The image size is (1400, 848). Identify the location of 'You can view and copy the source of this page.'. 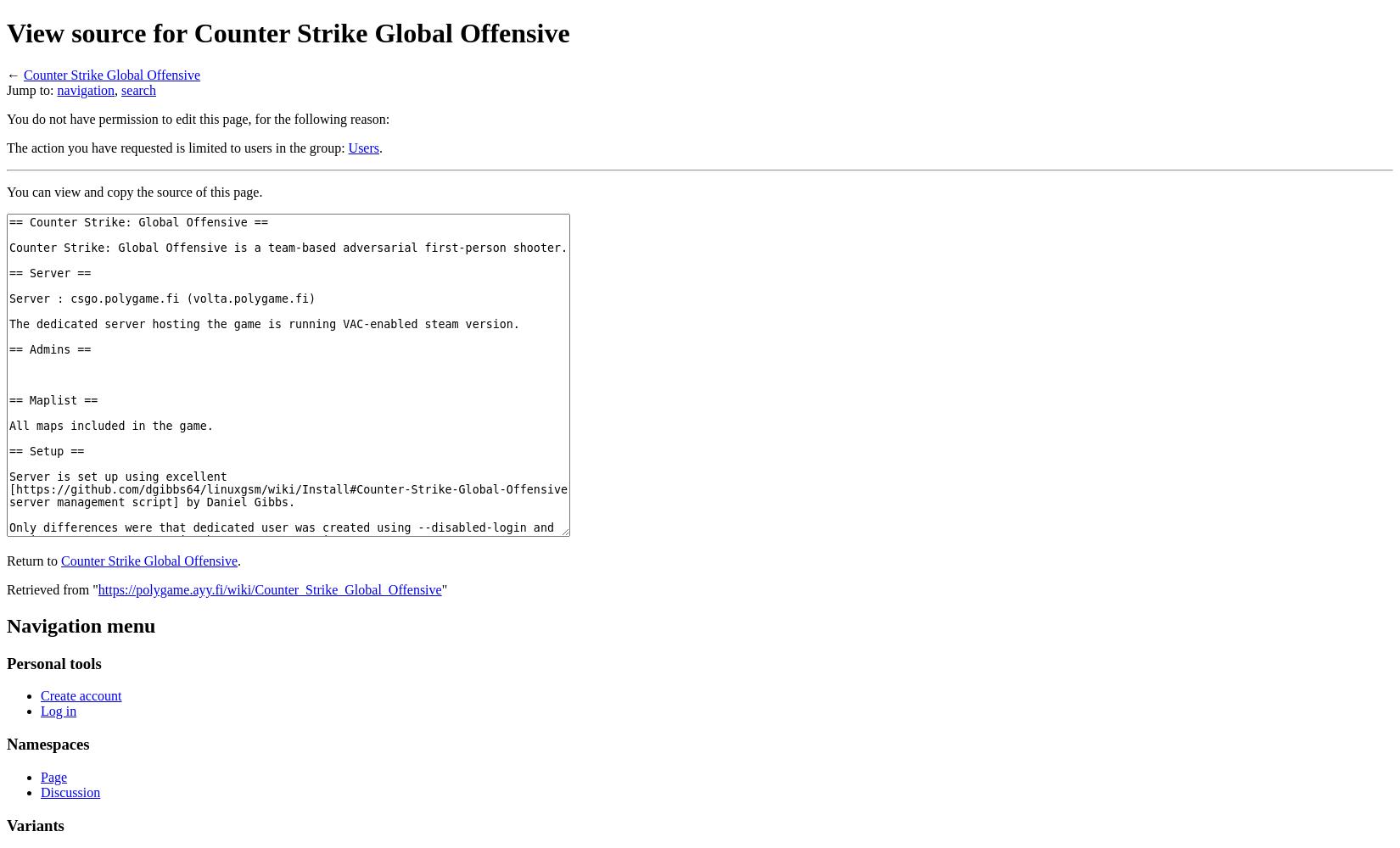
(134, 190).